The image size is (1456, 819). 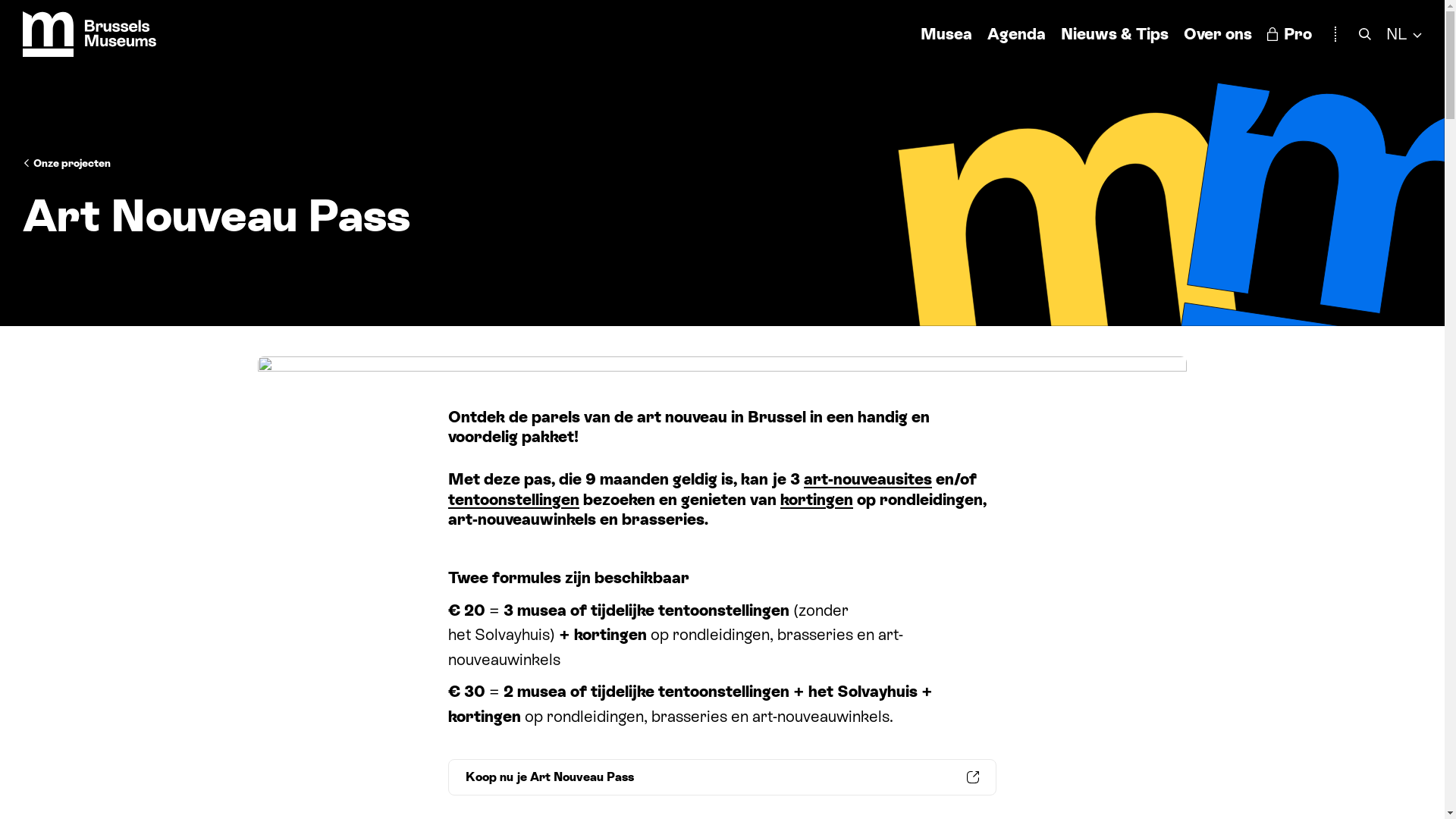 I want to click on 'Brussels Museums', so click(x=89, y=34).